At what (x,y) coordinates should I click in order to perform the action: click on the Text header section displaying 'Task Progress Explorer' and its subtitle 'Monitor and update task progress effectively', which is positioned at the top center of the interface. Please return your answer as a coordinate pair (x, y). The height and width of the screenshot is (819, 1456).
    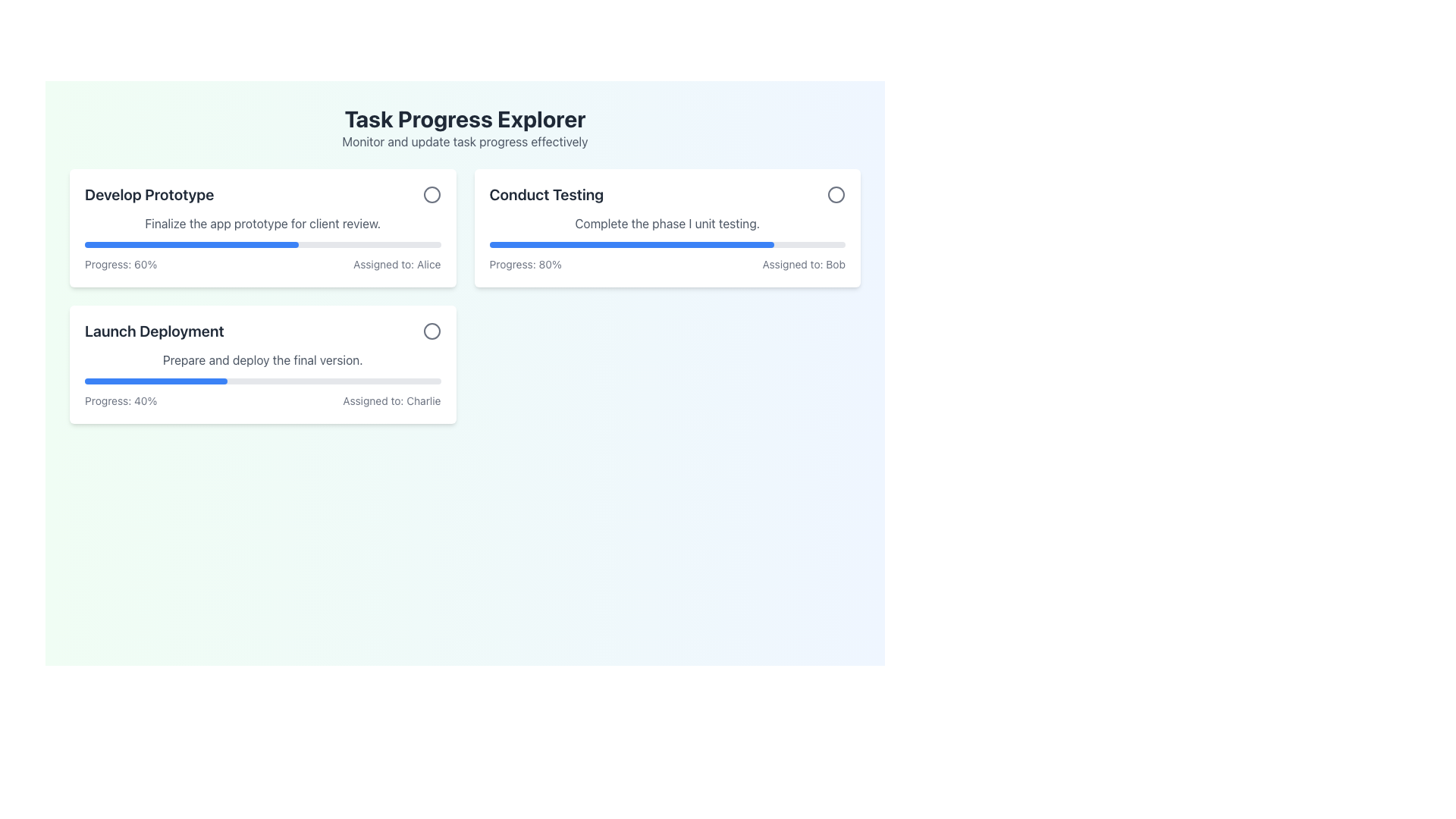
    Looking at the image, I should click on (464, 127).